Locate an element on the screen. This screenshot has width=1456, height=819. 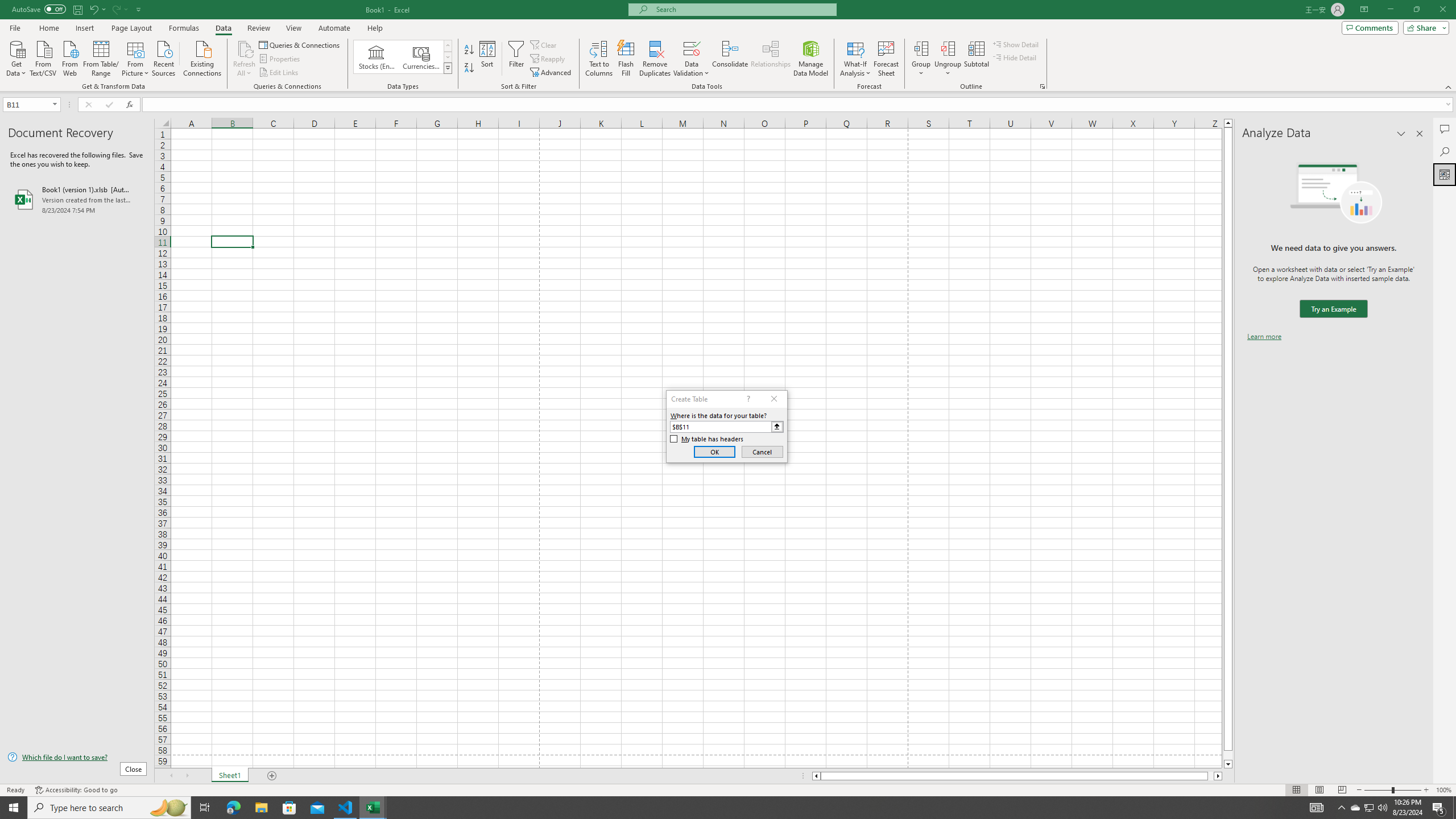
'Learn more' is located at coordinates (1264, 336).